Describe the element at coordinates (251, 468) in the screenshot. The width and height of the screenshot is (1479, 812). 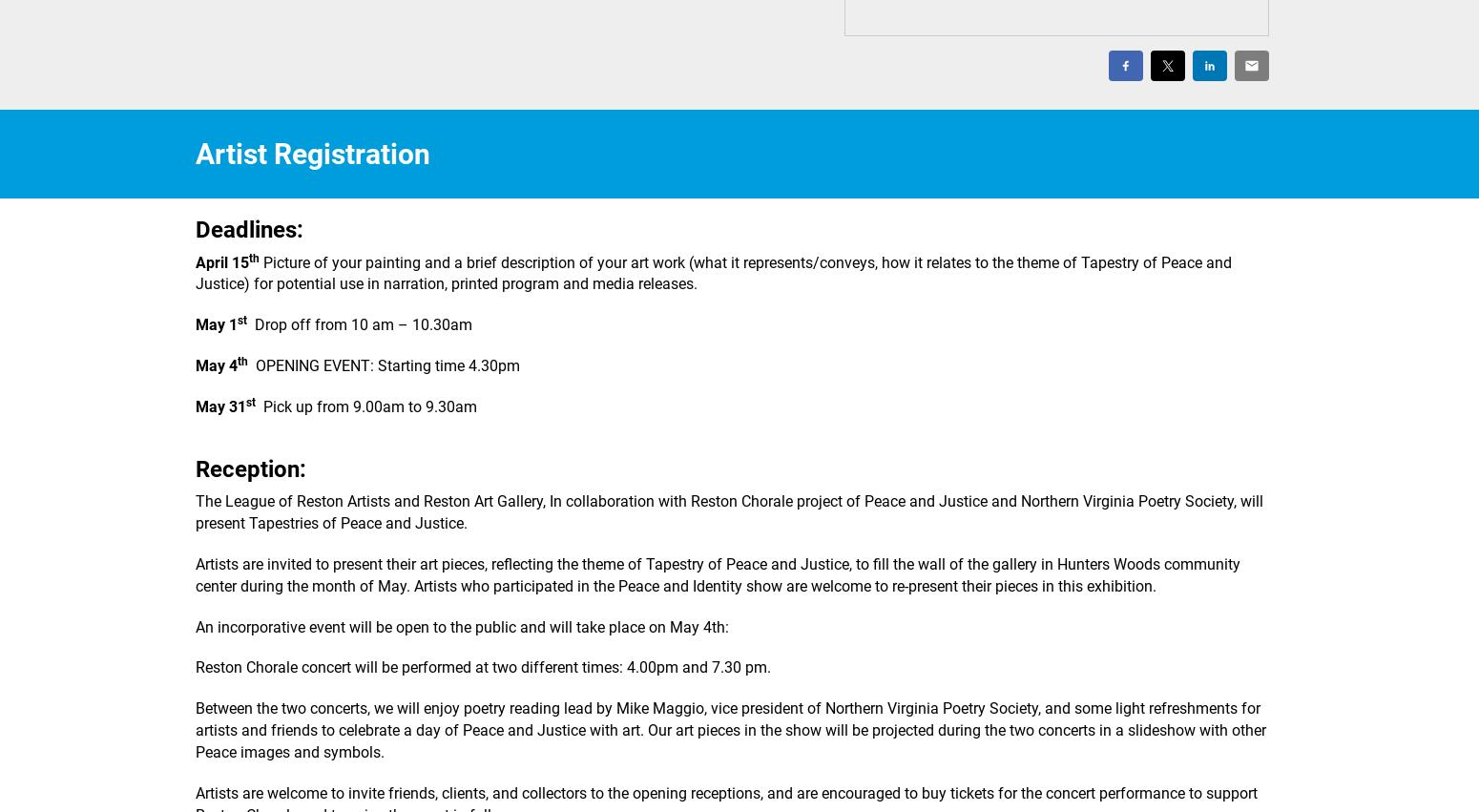
I see `'Reception:'` at that location.